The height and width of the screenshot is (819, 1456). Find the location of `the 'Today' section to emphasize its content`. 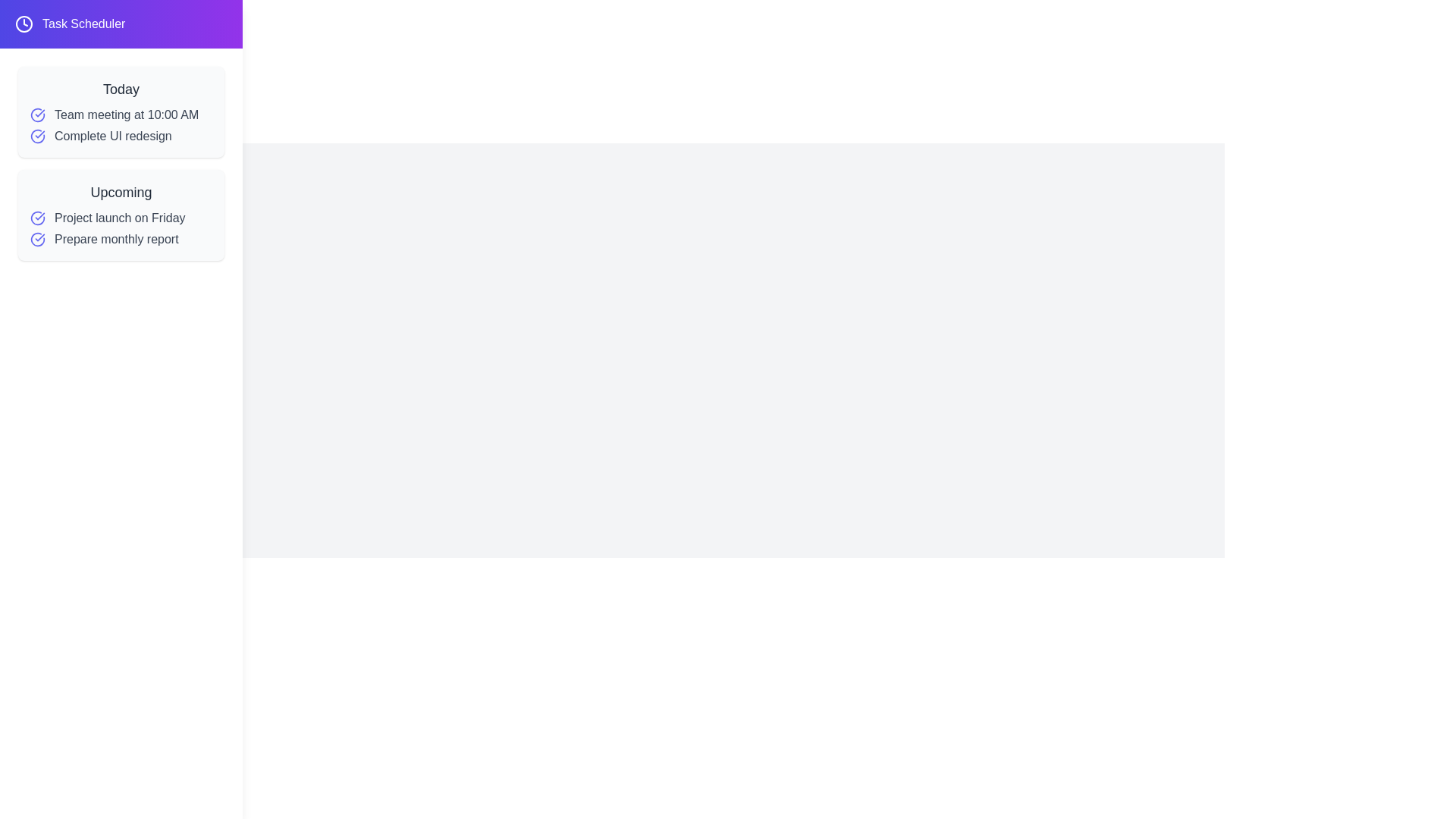

the 'Today' section to emphasize its content is located at coordinates (120, 89).